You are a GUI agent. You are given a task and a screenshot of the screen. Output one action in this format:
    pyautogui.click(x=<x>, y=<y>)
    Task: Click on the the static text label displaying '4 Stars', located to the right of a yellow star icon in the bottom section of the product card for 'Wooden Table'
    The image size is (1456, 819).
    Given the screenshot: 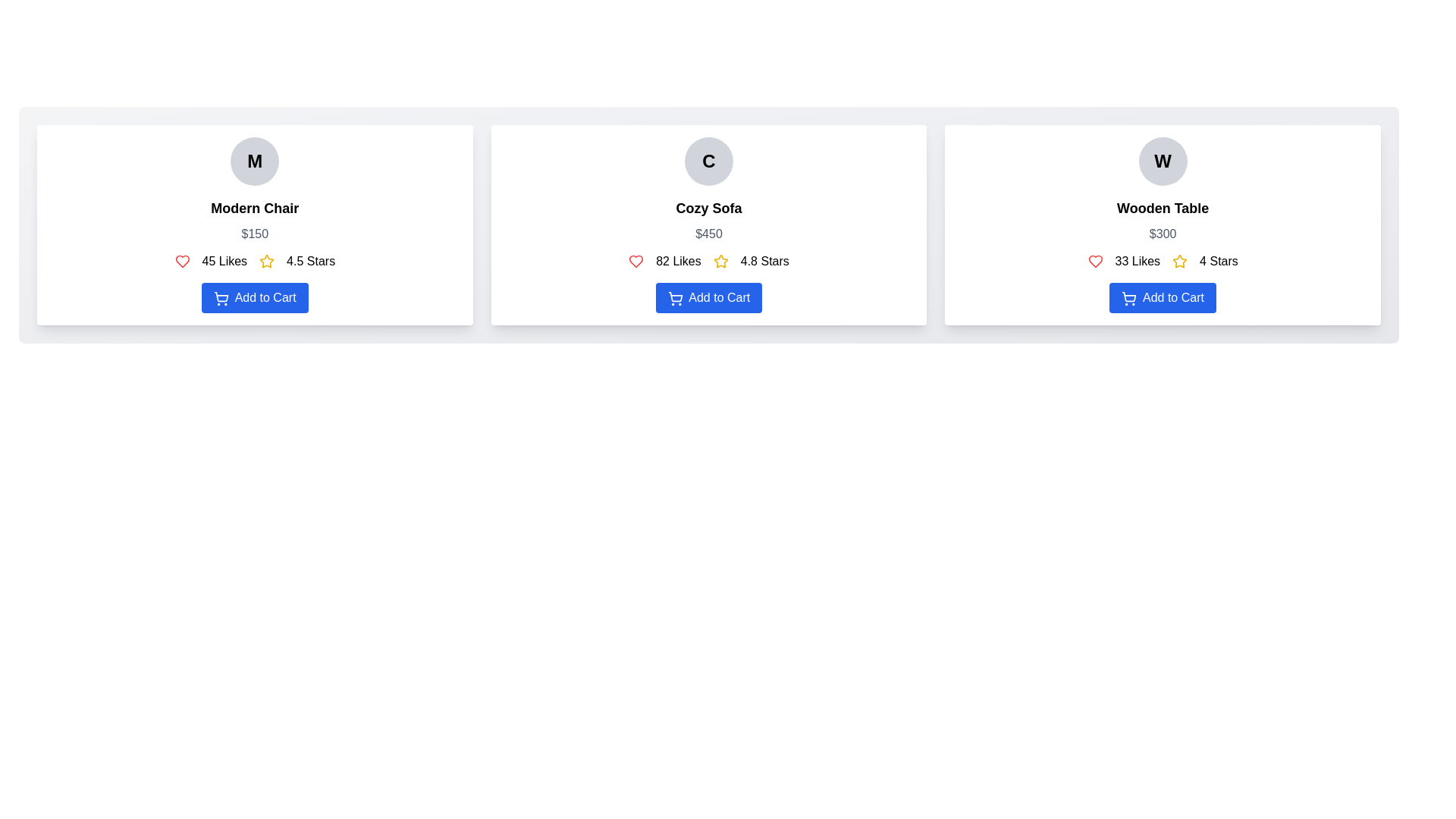 What is the action you would take?
    pyautogui.click(x=1219, y=260)
    